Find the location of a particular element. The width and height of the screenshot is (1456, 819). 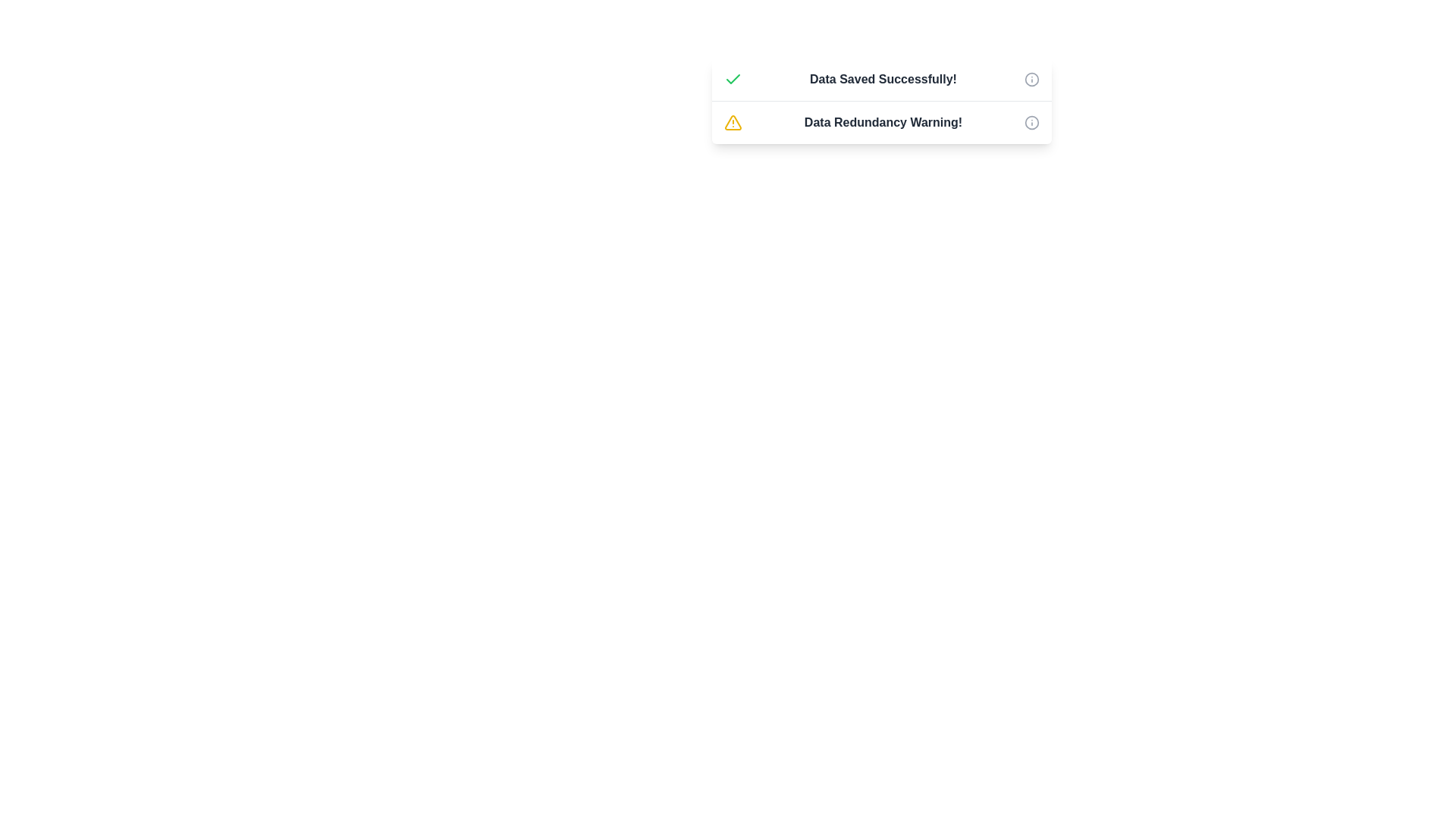

the toggle button to hide the alert details is located at coordinates (1031, 79).